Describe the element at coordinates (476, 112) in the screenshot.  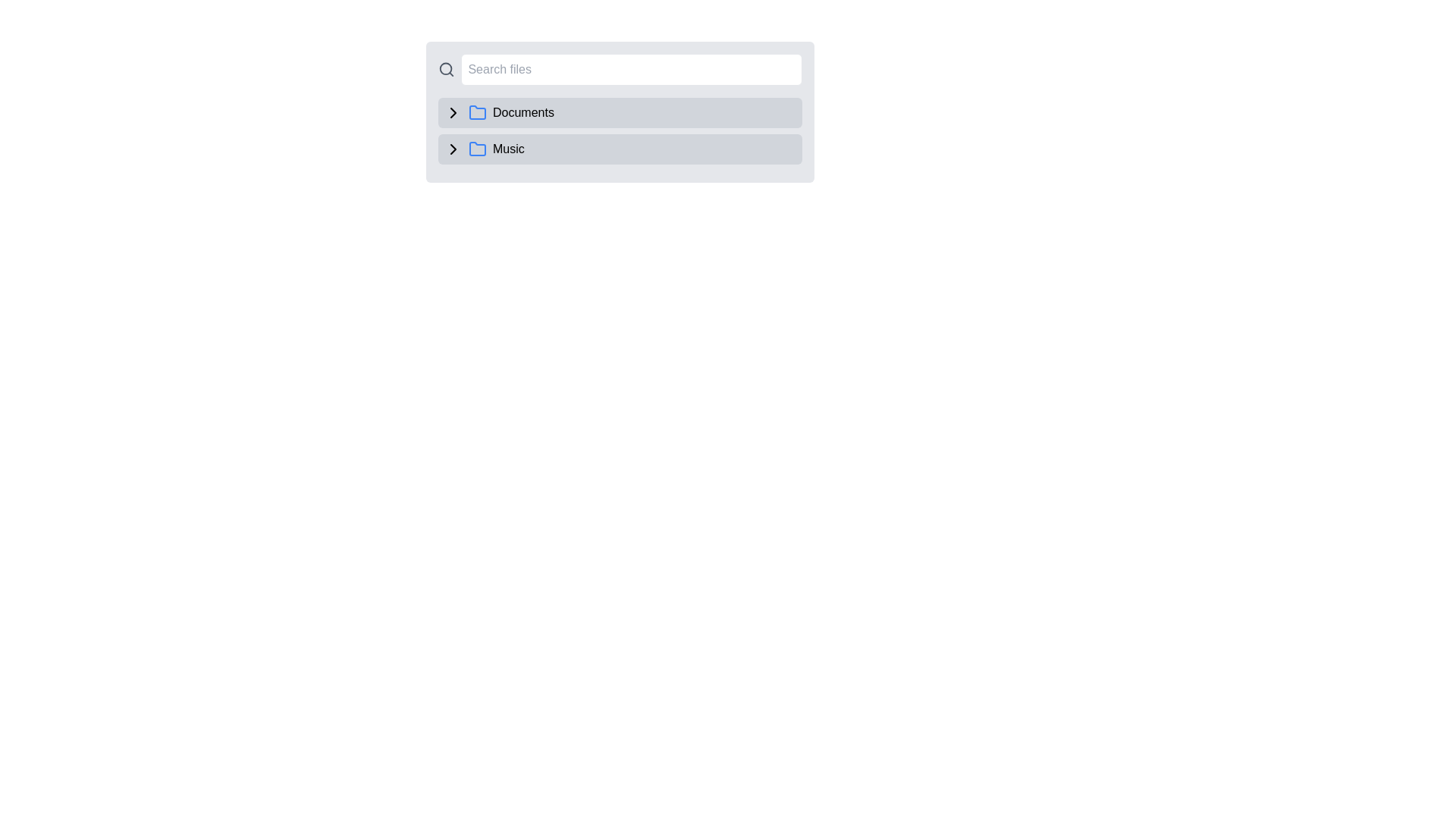
I see `the folder icon representing the 'Documents' entry` at that location.